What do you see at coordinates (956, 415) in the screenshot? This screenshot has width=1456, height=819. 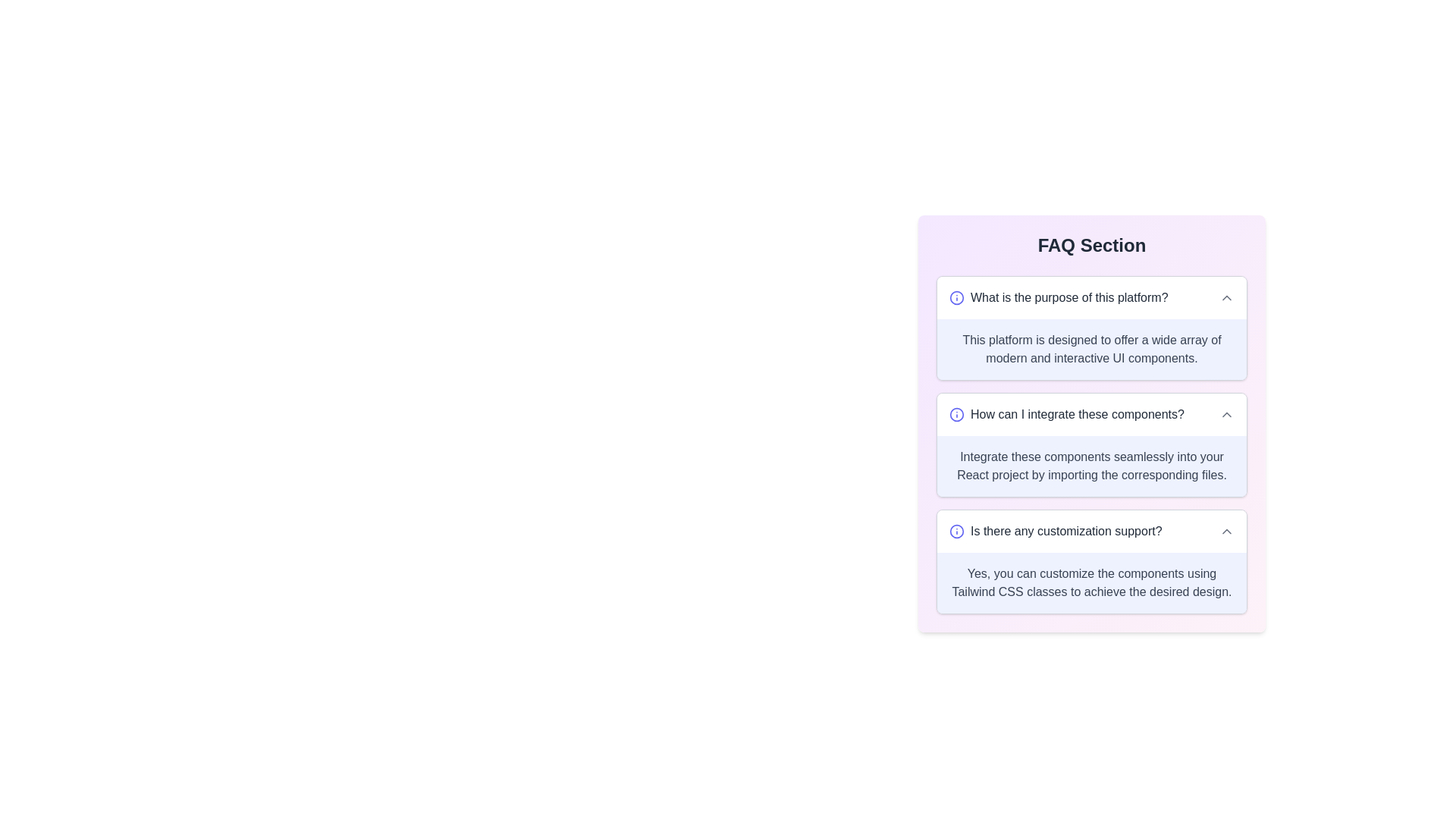 I see `the Information Icon located to the immediate left of the question 'How can I integrate these components?' in the FAQ section` at bounding box center [956, 415].